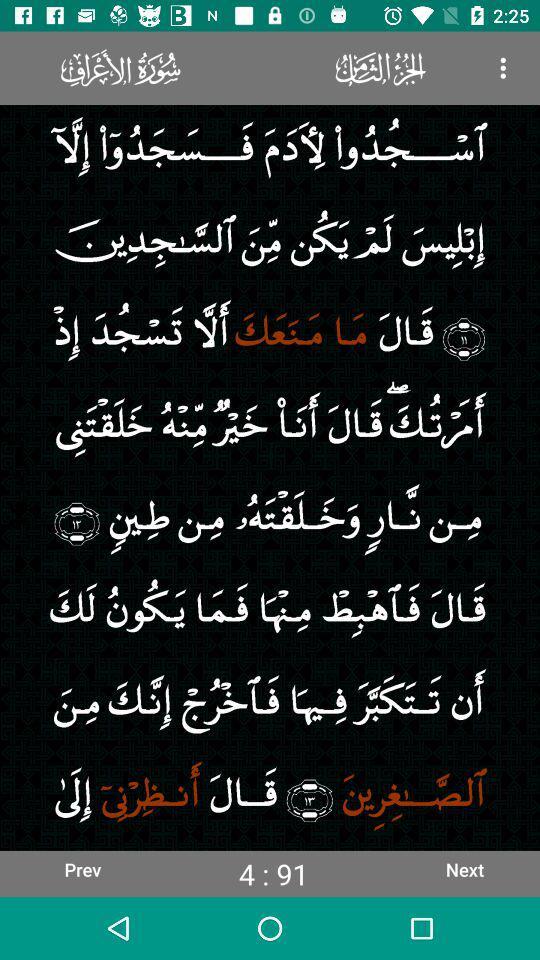 The height and width of the screenshot is (960, 540). I want to click on the item next to the 4 : 91, so click(81, 868).